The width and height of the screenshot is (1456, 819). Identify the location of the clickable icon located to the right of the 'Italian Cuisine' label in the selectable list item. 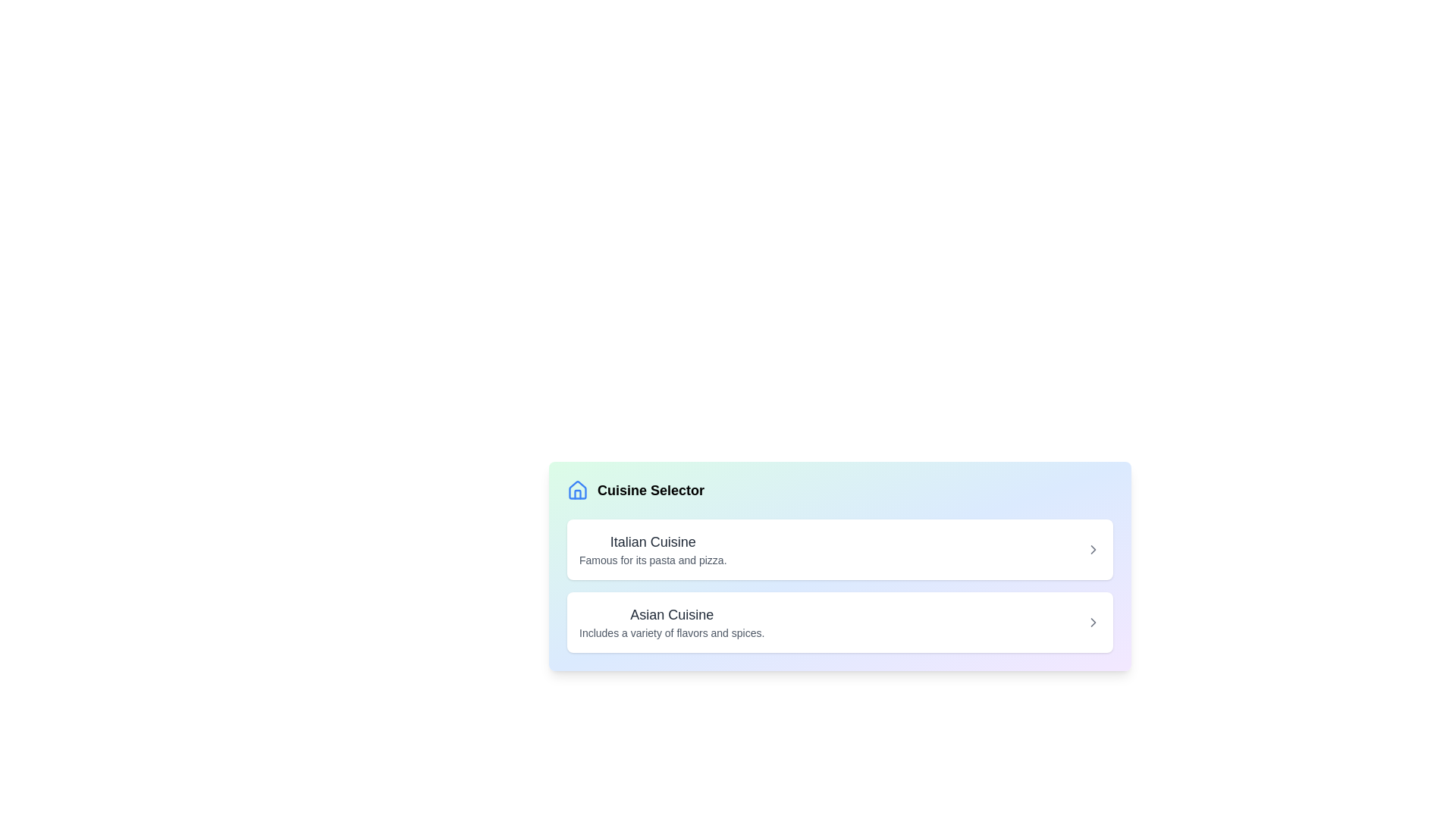
(1093, 550).